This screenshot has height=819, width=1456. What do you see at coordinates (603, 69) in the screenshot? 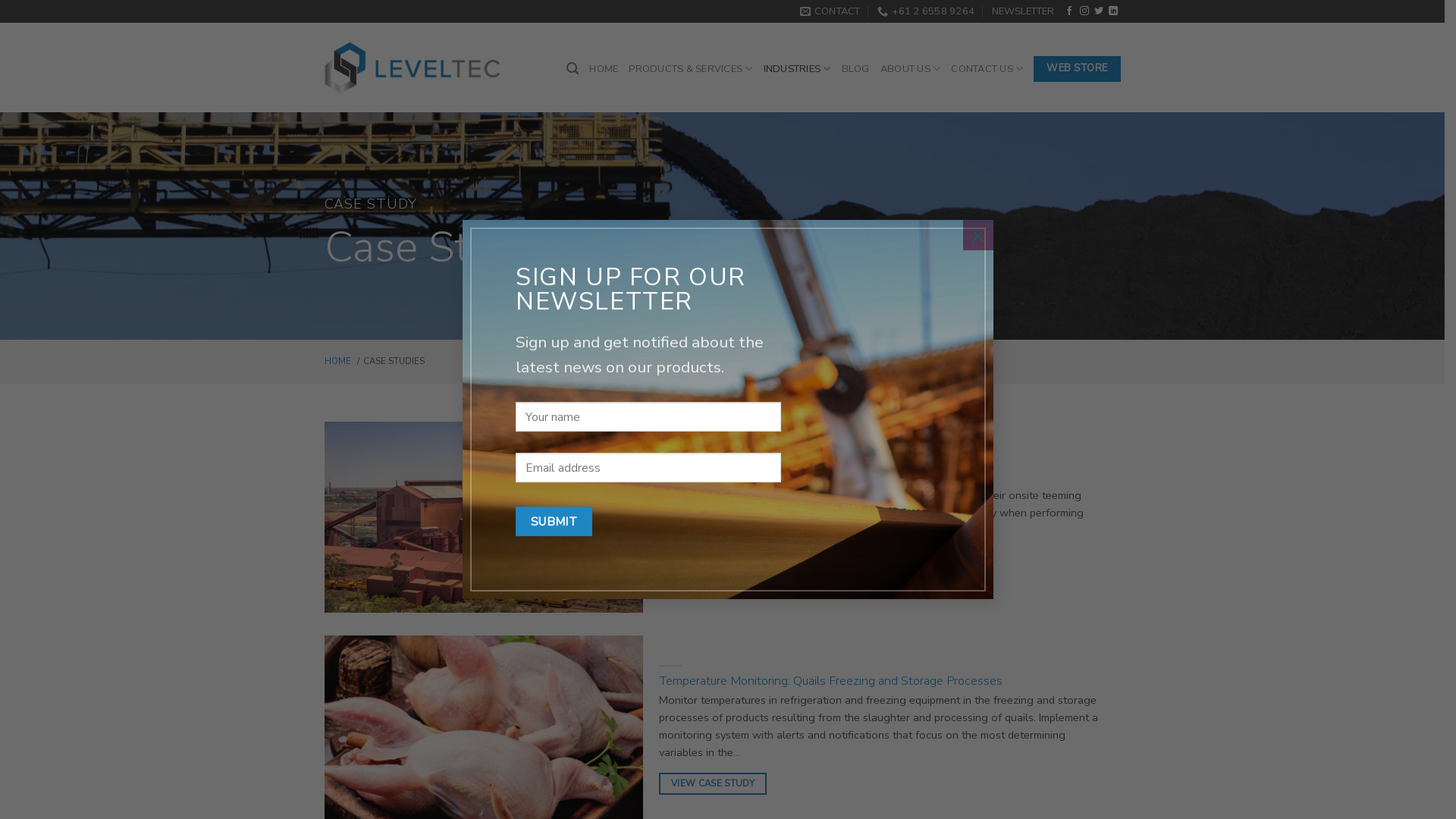
I see `'HOME'` at bounding box center [603, 69].